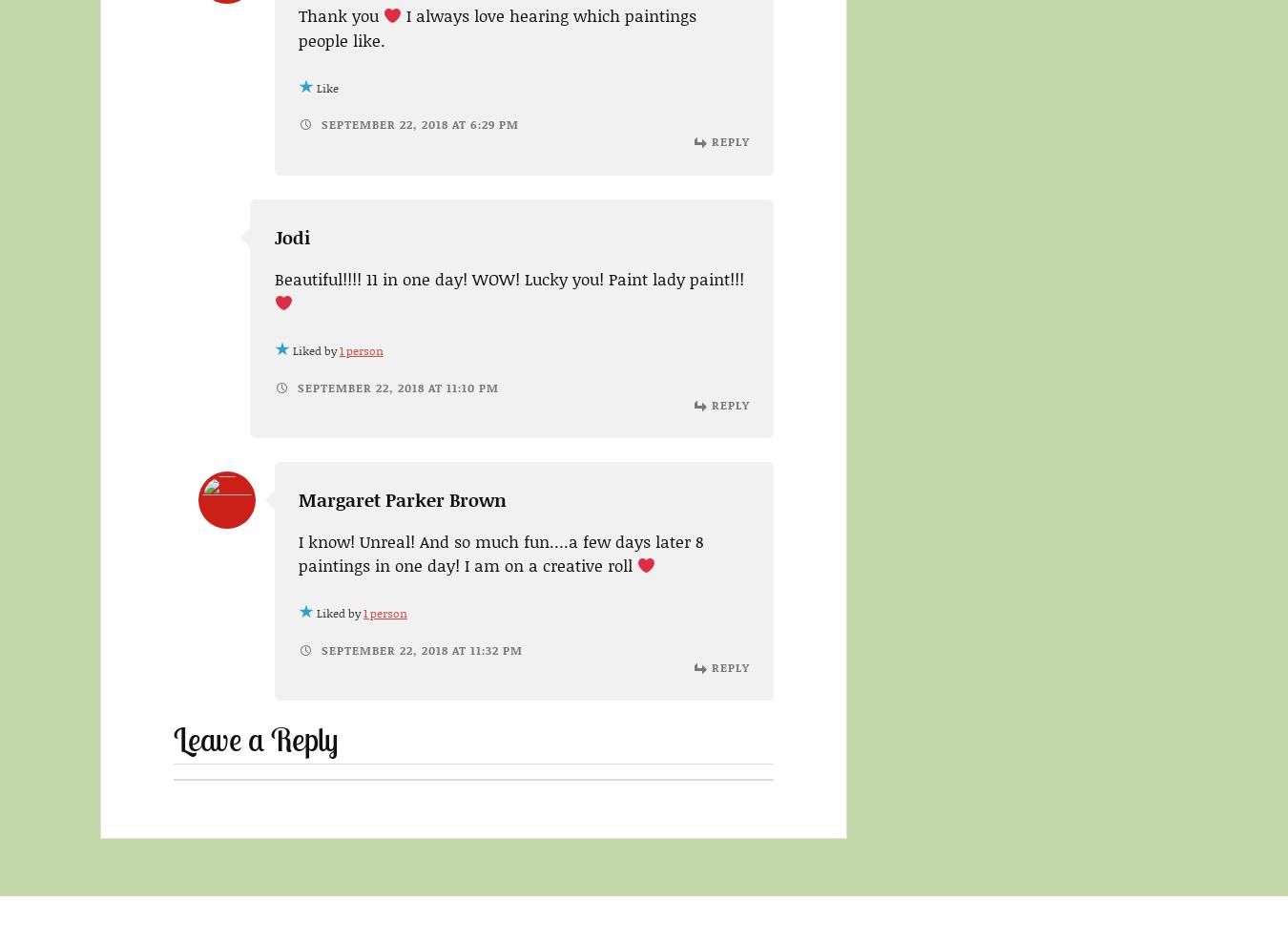 This screenshot has height=944, width=1288. Describe the element at coordinates (420, 648) in the screenshot. I see `'September 22, 2018 at 11:32 pm'` at that location.